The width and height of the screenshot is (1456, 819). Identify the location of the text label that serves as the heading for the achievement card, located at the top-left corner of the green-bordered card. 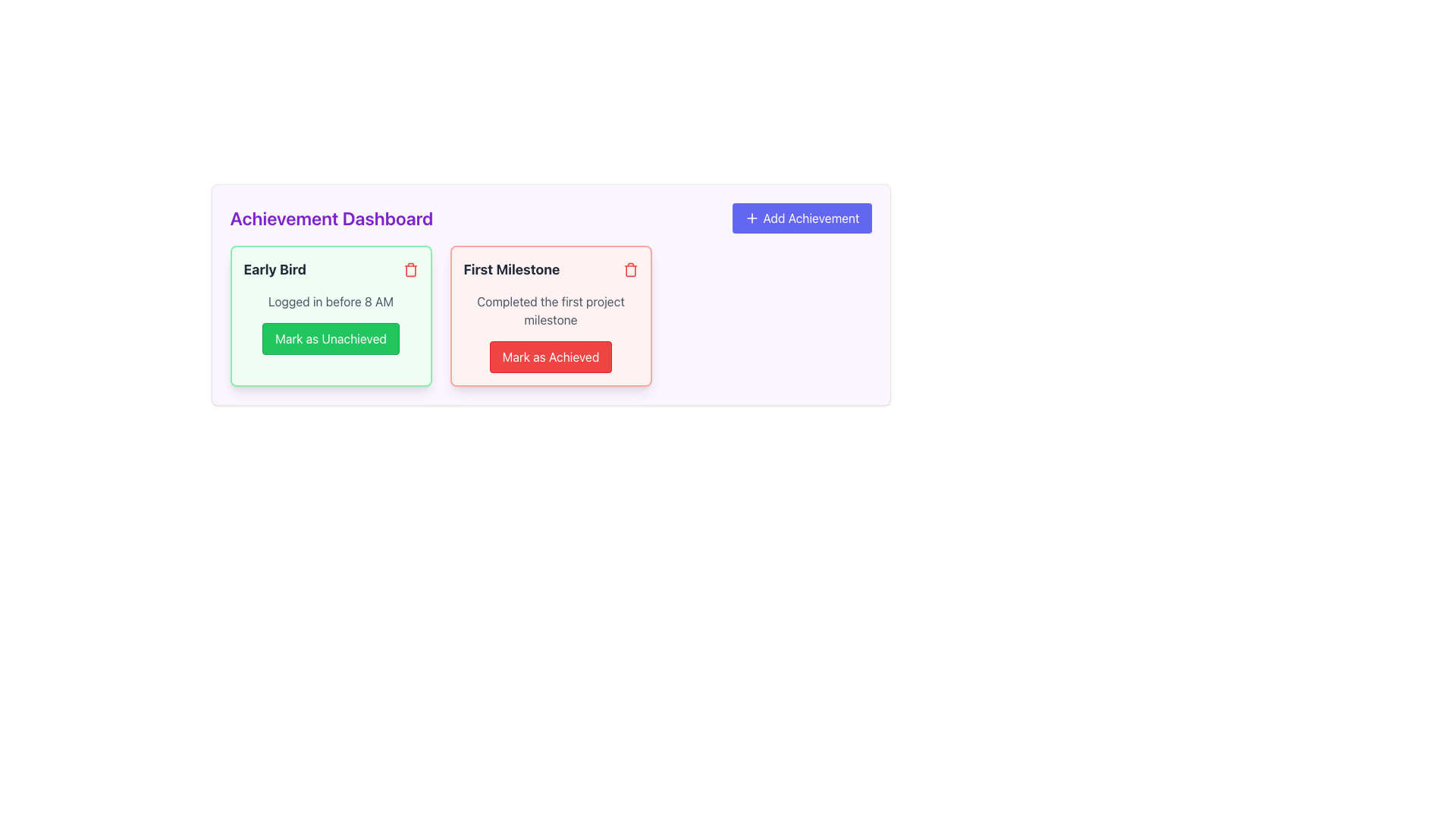
(275, 268).